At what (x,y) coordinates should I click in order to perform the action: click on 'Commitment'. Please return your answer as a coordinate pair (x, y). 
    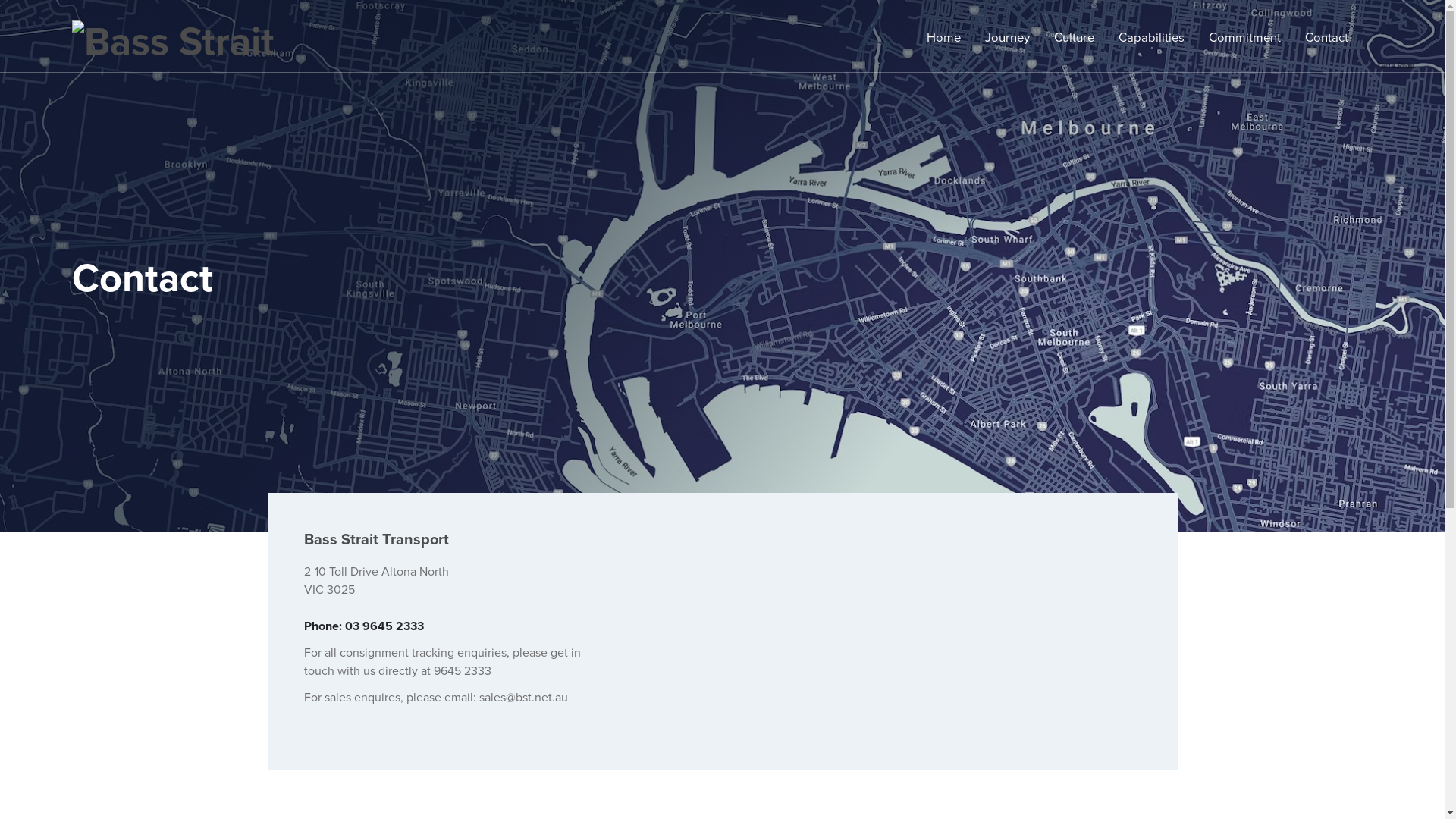
    Looking at the image, I should click on (1207, 37).